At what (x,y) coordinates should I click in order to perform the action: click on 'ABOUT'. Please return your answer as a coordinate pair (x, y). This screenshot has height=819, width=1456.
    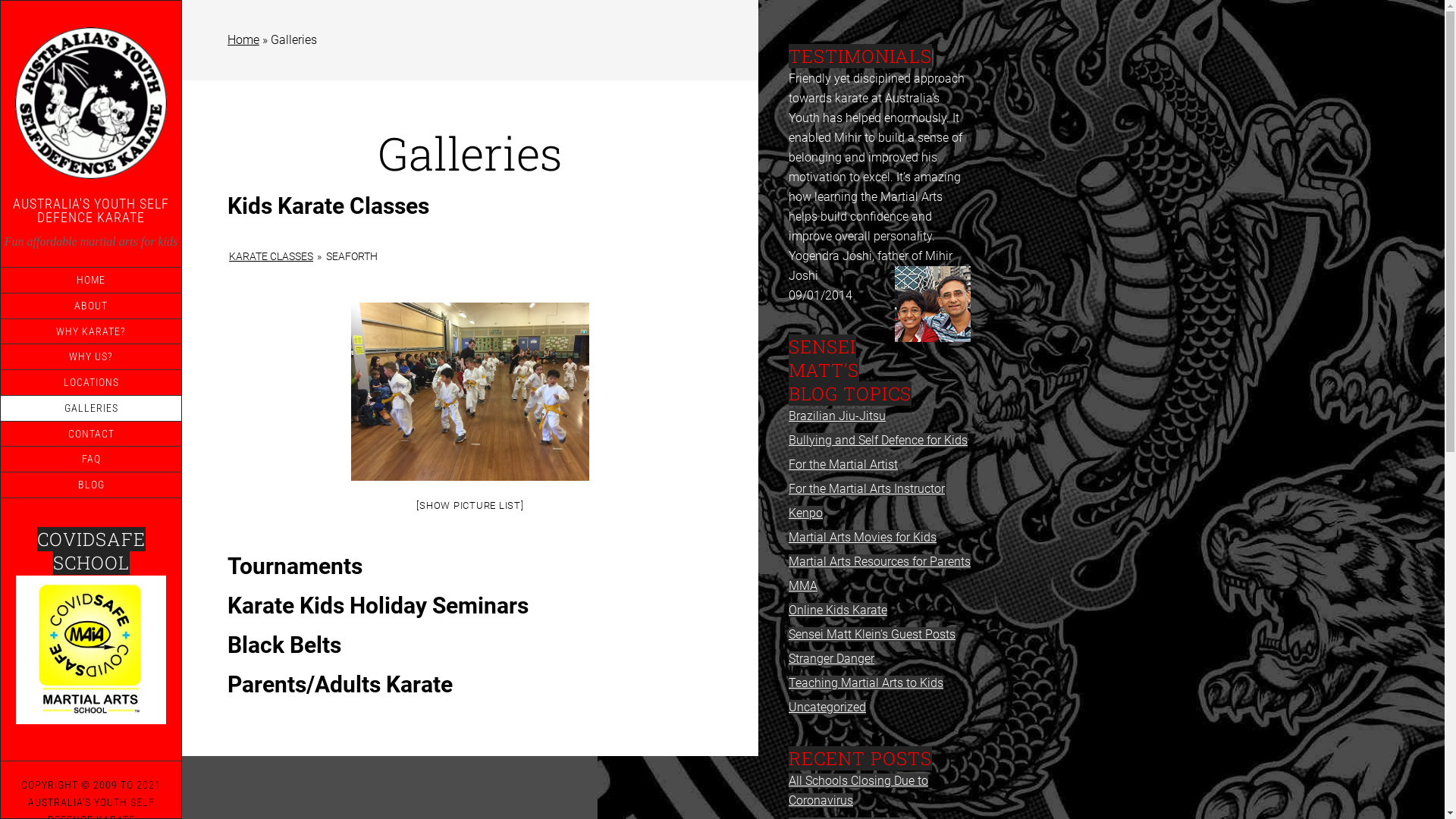
    Looking at the image, I should click on (90, 306).